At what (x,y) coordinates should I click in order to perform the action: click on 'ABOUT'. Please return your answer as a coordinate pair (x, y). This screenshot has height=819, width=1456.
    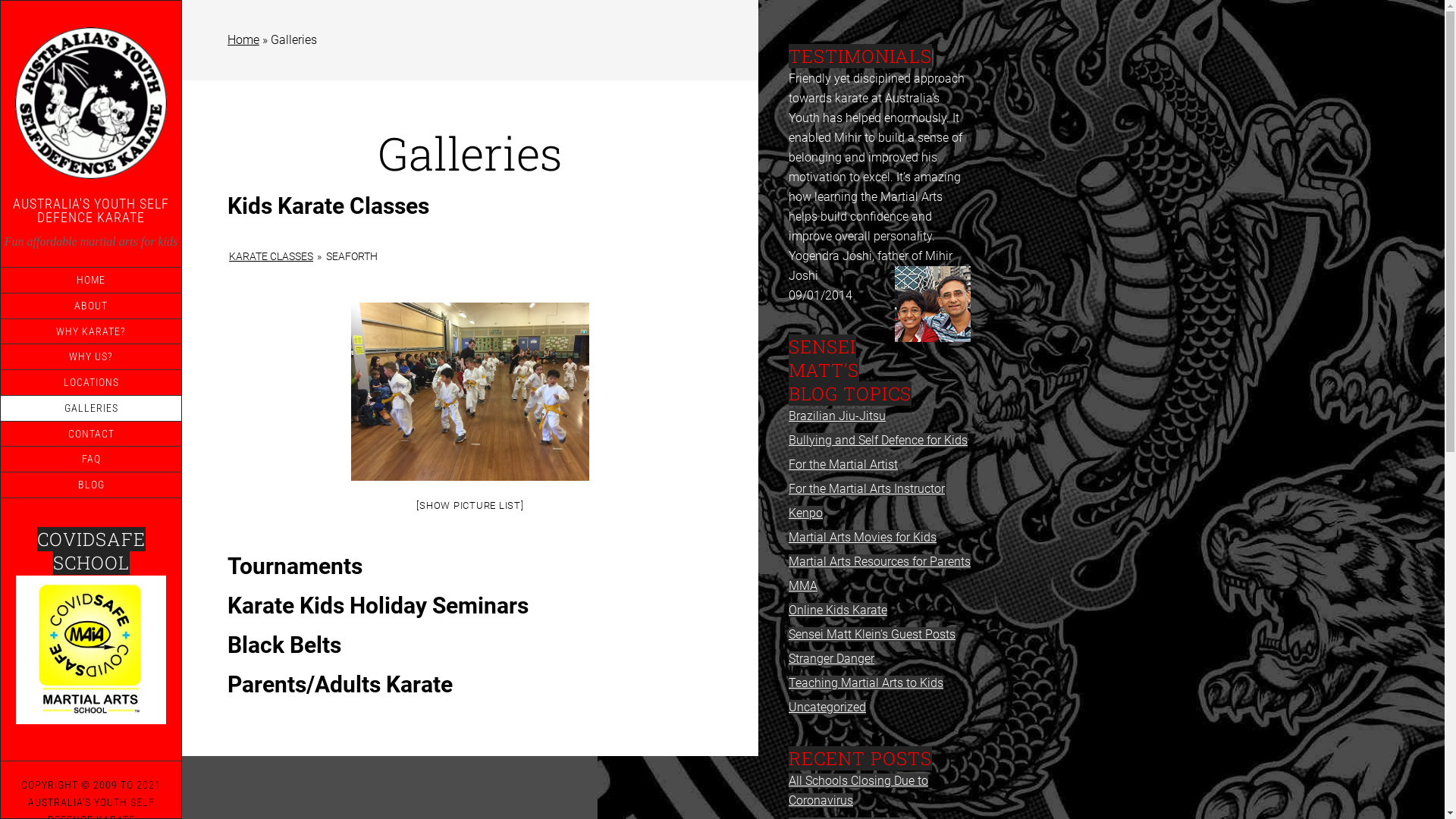
    Looking at the image, I should click on (90, 306).